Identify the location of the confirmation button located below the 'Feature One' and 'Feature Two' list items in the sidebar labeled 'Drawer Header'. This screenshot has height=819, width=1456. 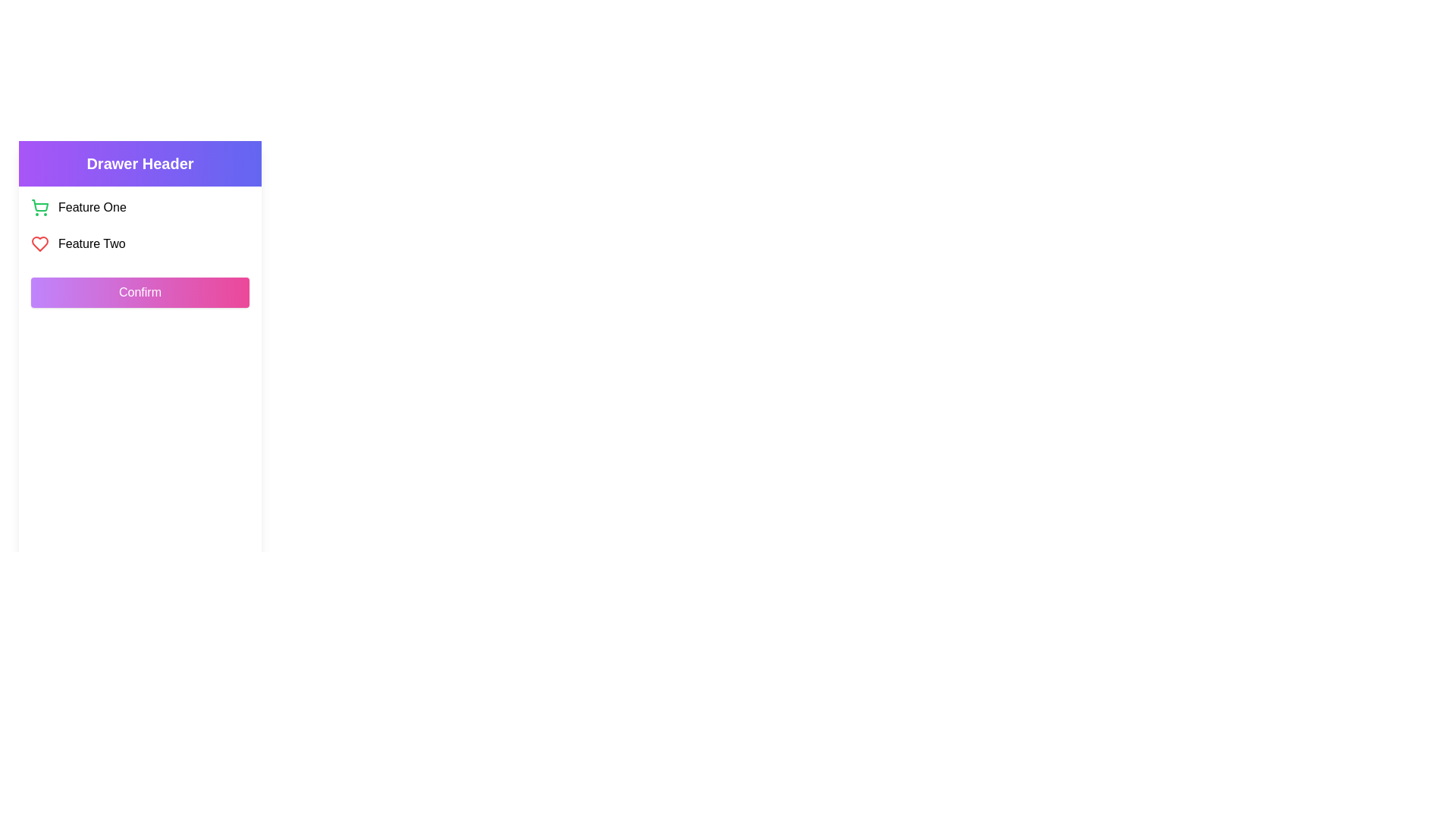
(140, 292).